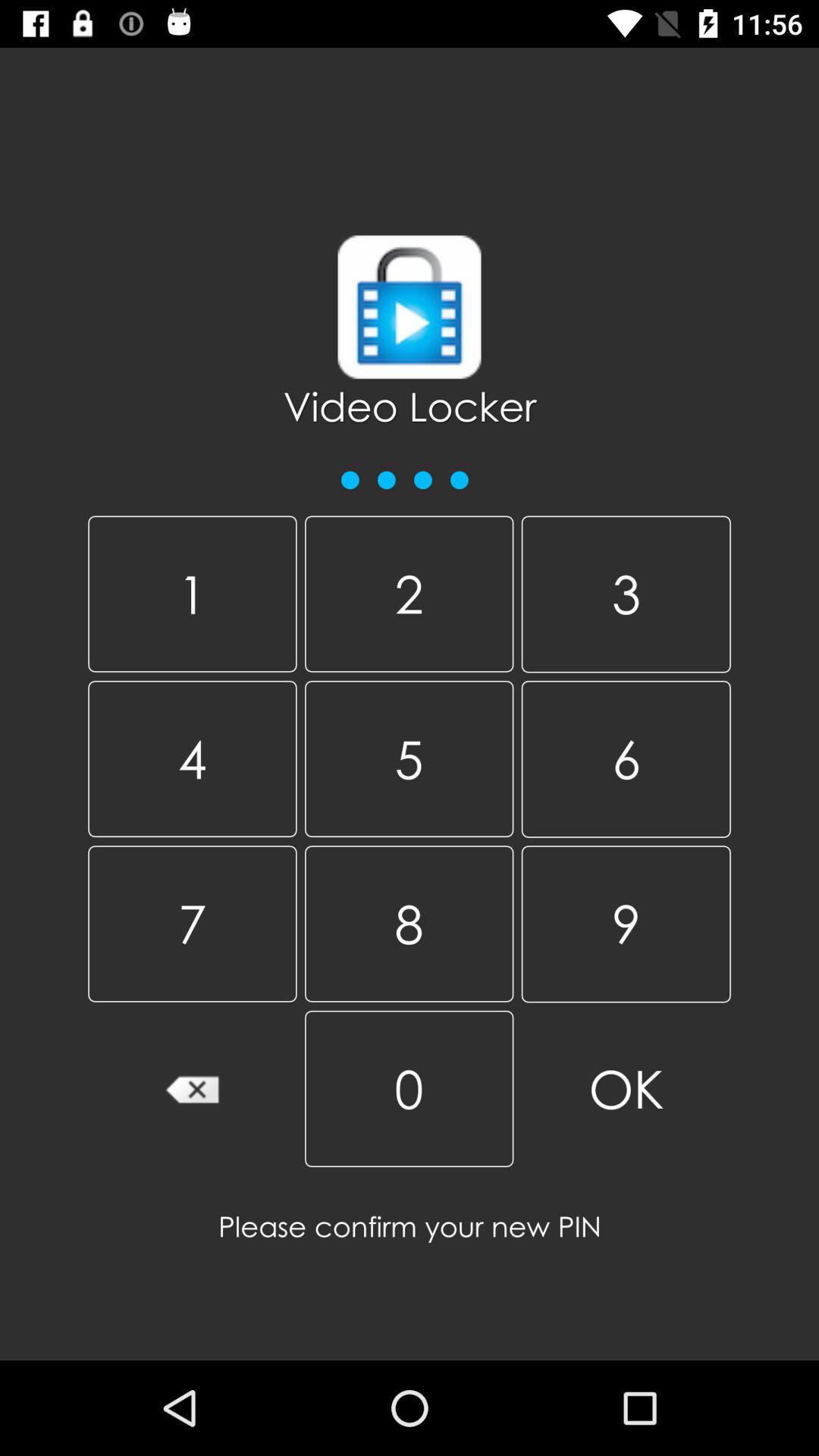 This screenshot has height=1456, width=819. I want to click on backspace entry, so click(191, 1087).